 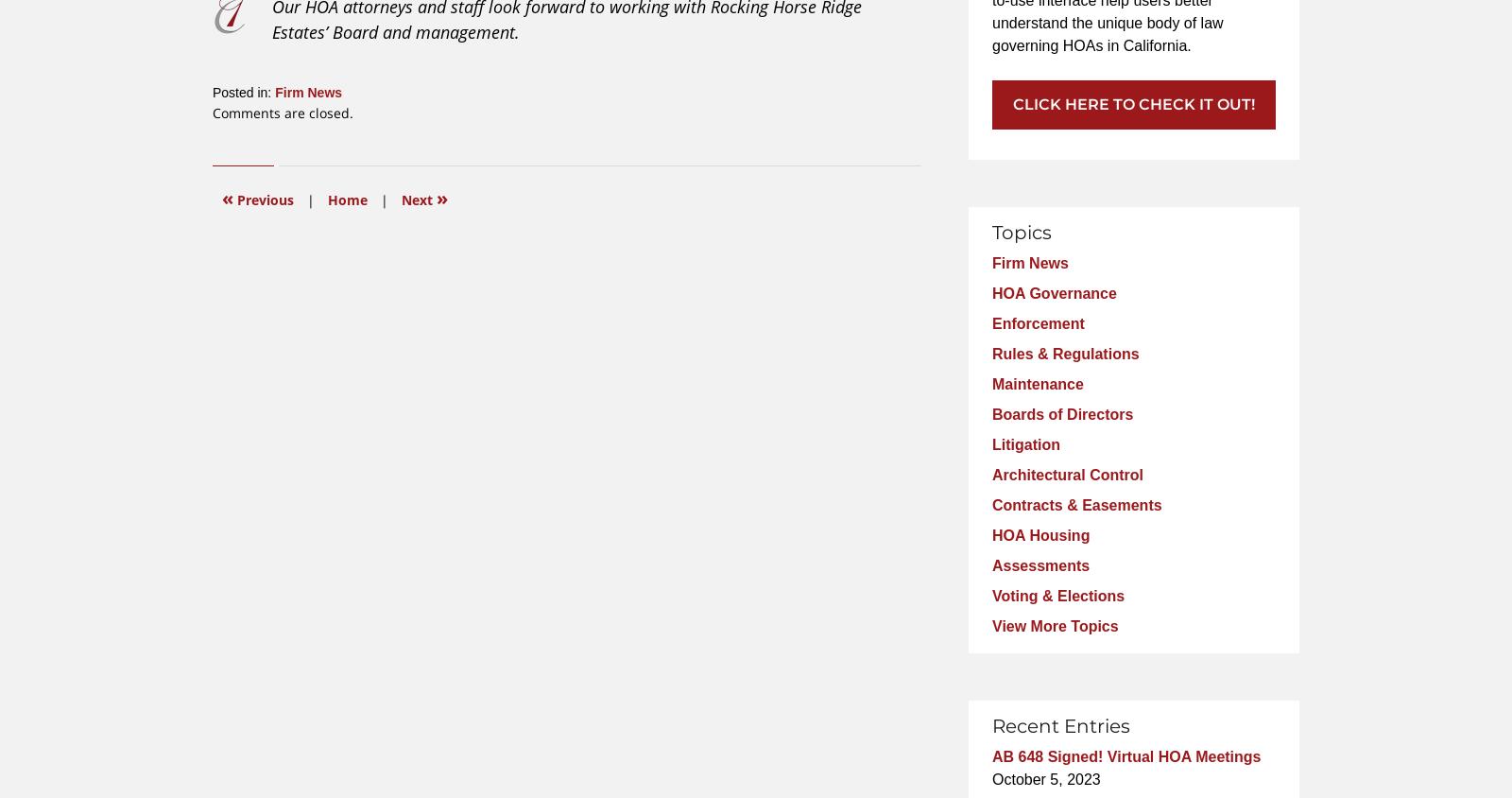 I want to click on 'Voting & Elections', so click(x=991, y=595).